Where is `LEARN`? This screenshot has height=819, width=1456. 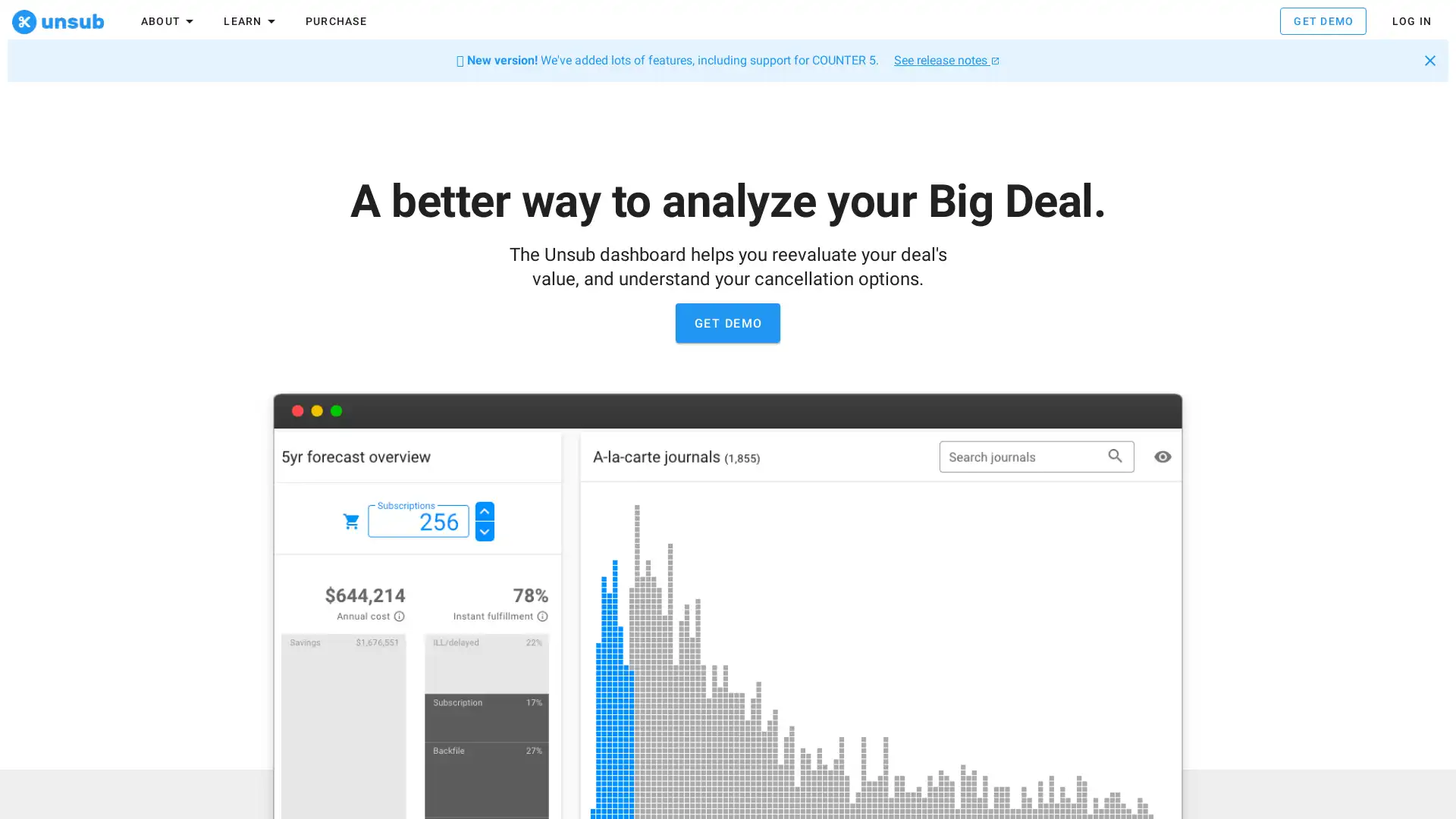 LEARN is located at coordinates (251, 24).